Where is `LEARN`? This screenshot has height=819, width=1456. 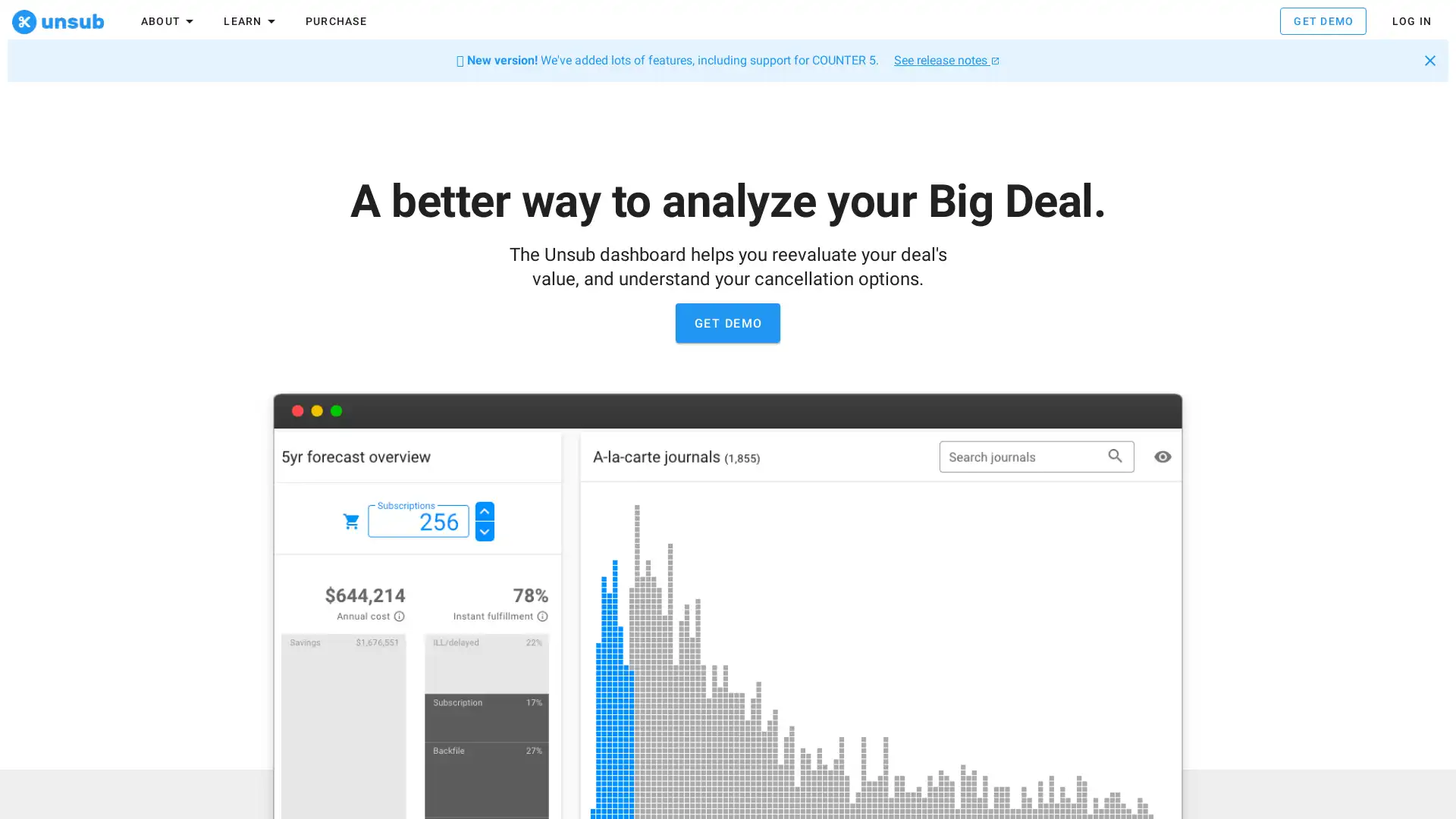 LEARN is located at coordinates (251, 24).